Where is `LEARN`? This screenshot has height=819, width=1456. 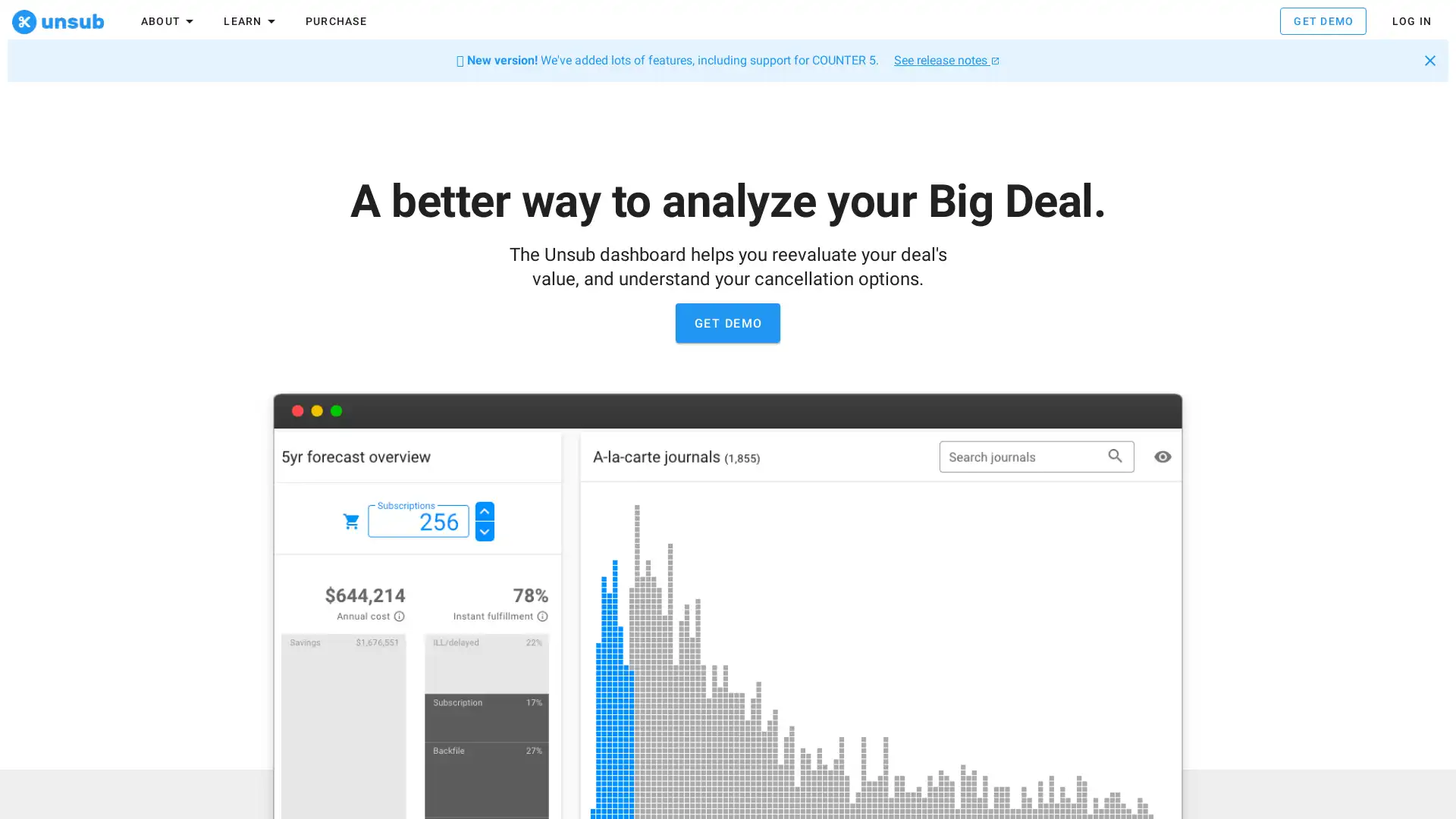 LEARN is located at coordinates (251, 24).